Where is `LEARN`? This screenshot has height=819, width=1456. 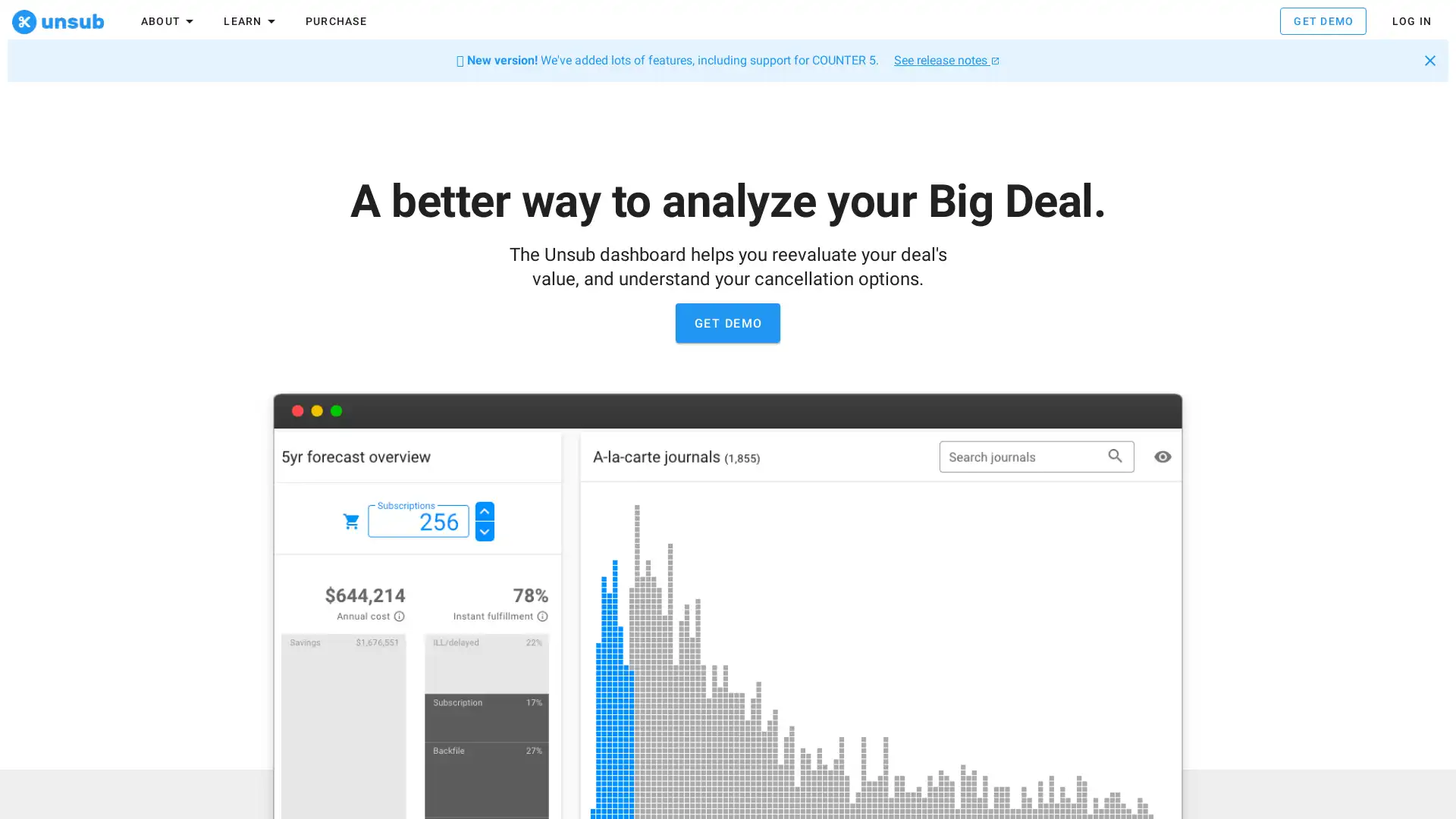 LEARN is located at coordinates (251, 24).